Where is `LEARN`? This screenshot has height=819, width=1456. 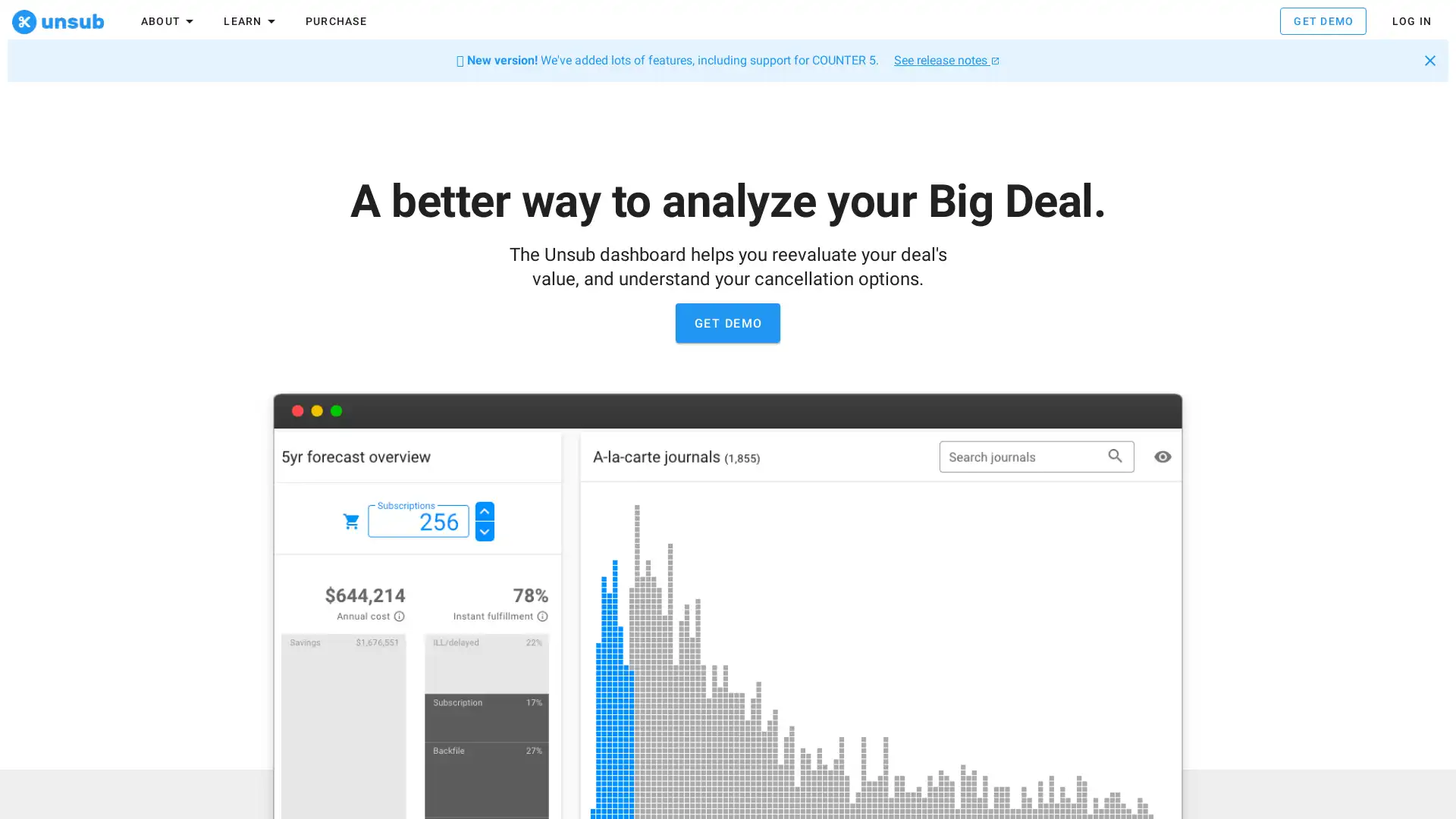 LEARN is located at coordinates (251, 24).